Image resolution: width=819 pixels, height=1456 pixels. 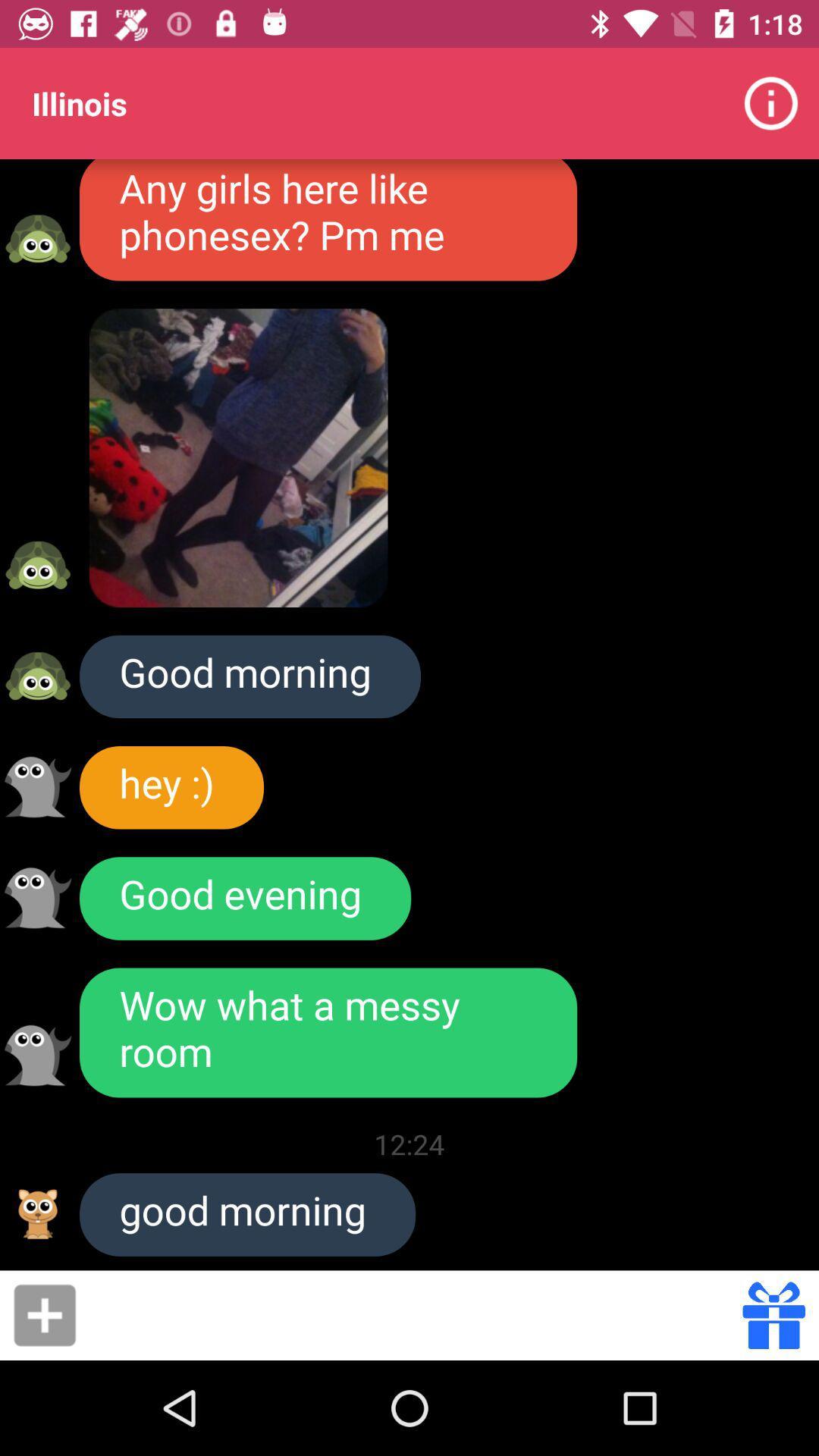 What do you see at coordinates (37, 786) in the screenshot?
I see `user profile` at bounding box center [37, 786].